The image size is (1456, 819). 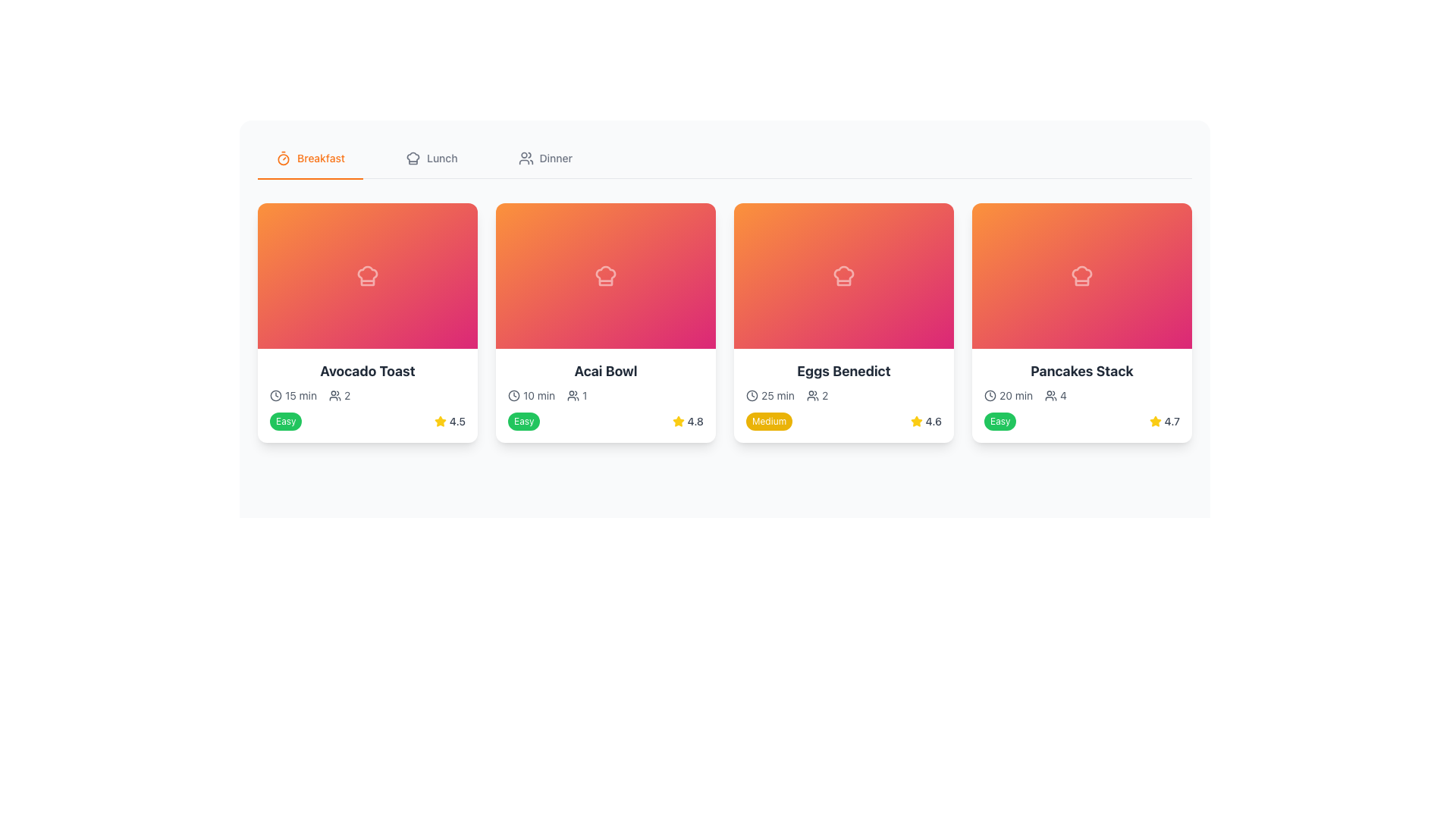 I want to click on the text label displaying the rating '4.5', which is located immediately to the right of a yellow star icon within the rating display of the 'Avocado Toast' card, so click(x=457, y=421).